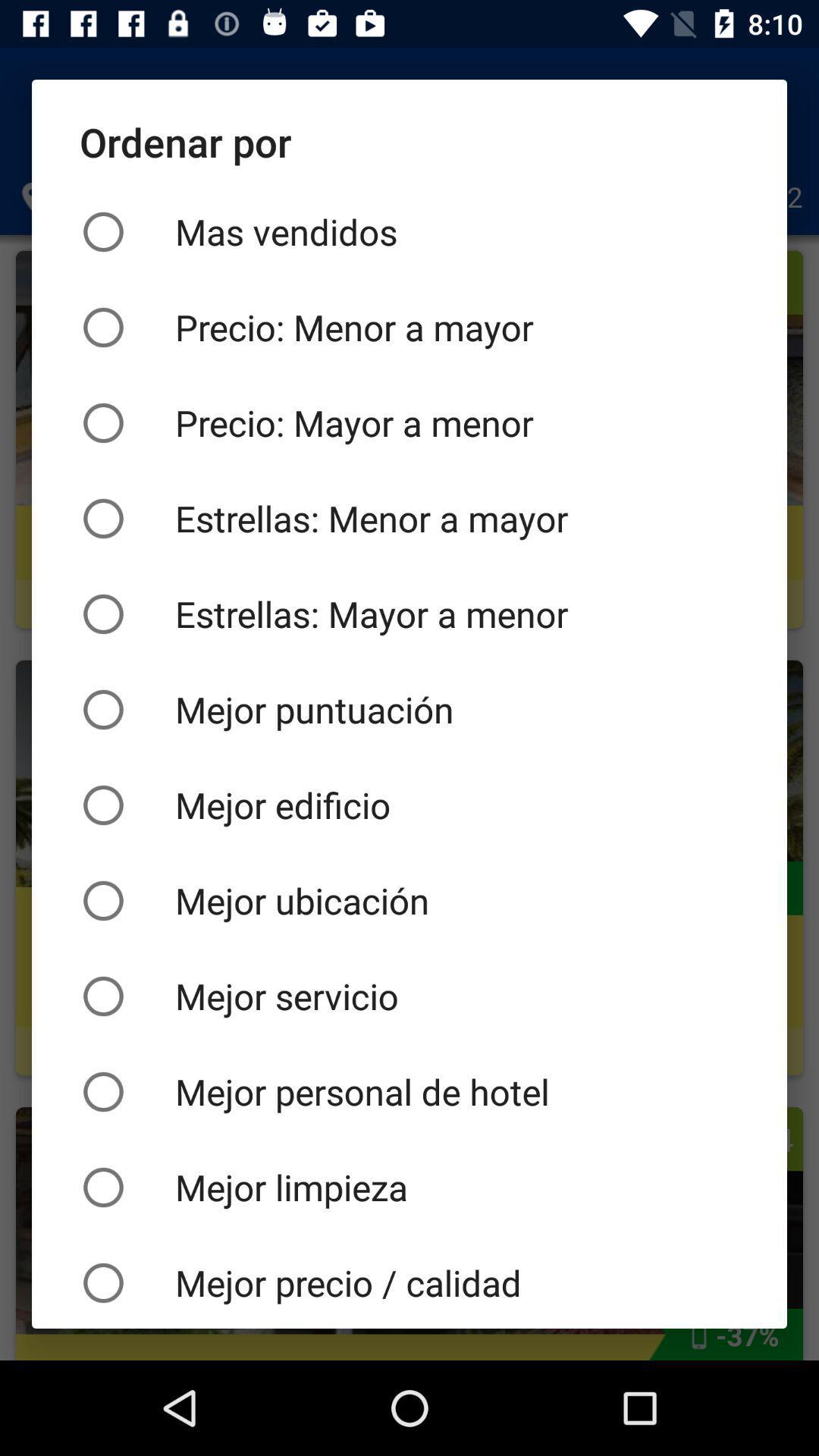 The height and width of the screenshot is (1456, 819). I want to click on the item above mejor limpieza, so click(409, 1092).